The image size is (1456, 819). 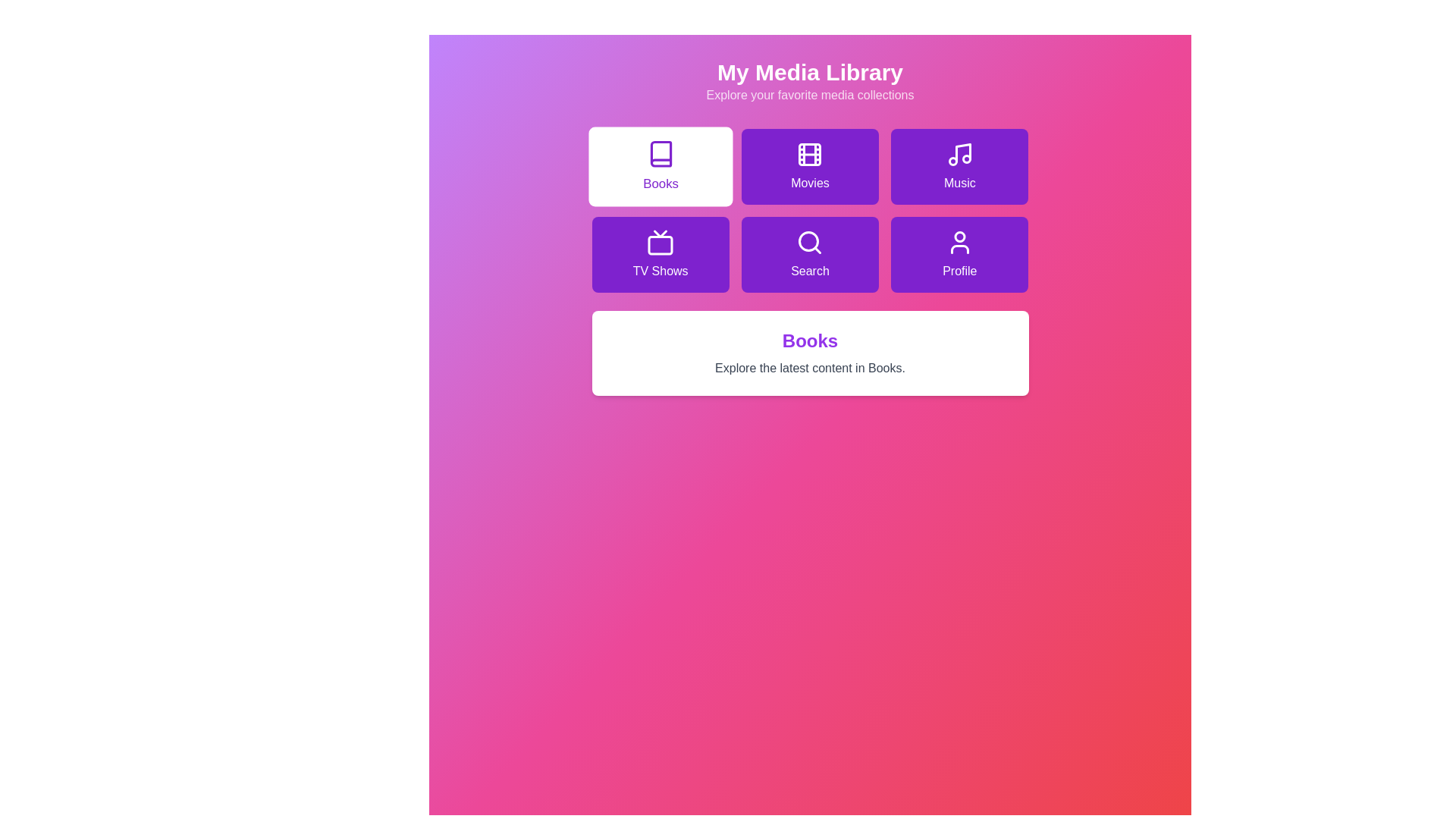 What do you see at coordinates (809, 155) in the screenshot?
I see `the movie reel button in the Movies grid` at bounding box center [809, 155].